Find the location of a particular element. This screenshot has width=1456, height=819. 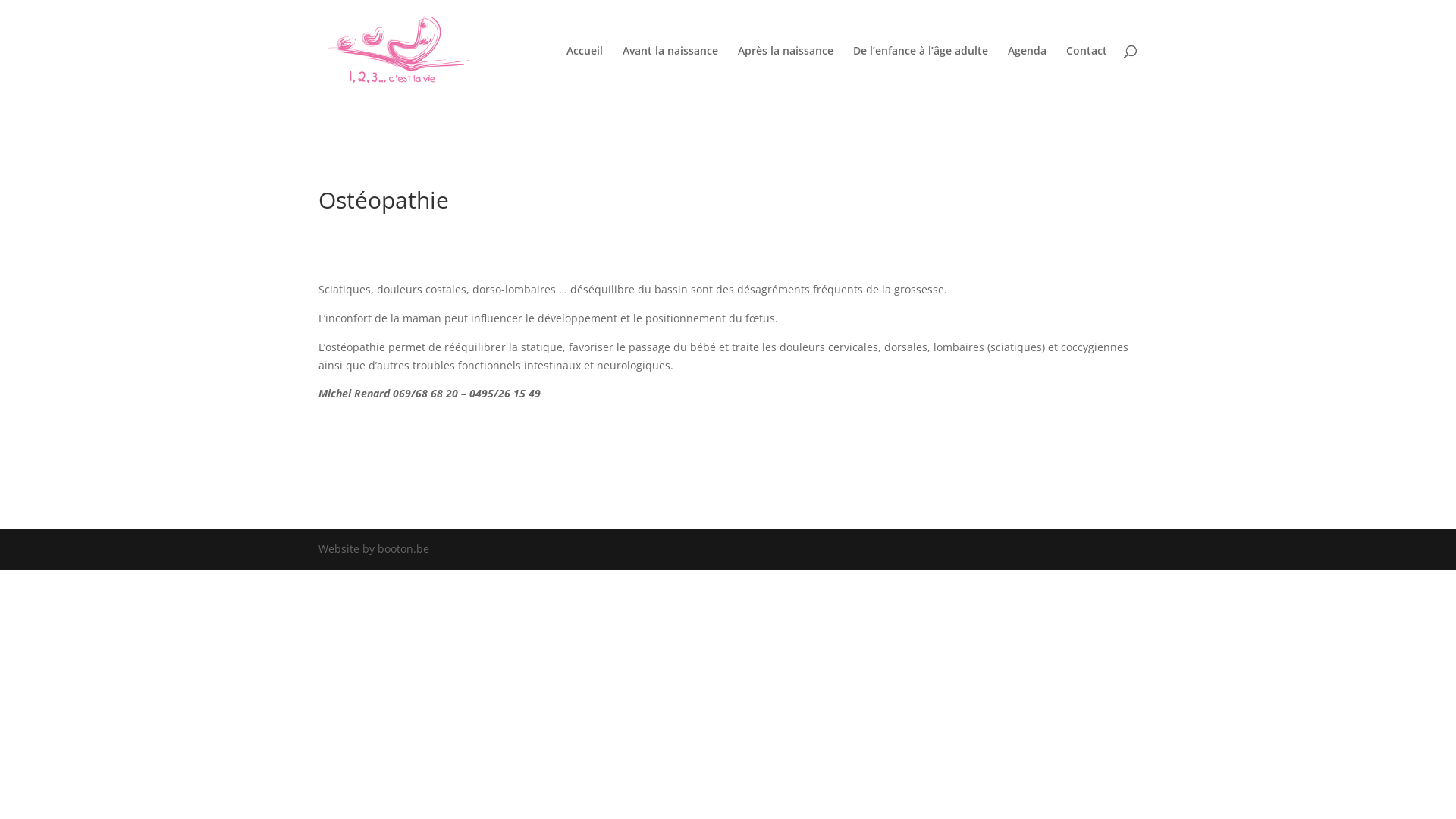

'Agenda' is located at coordinates (1008, 73).